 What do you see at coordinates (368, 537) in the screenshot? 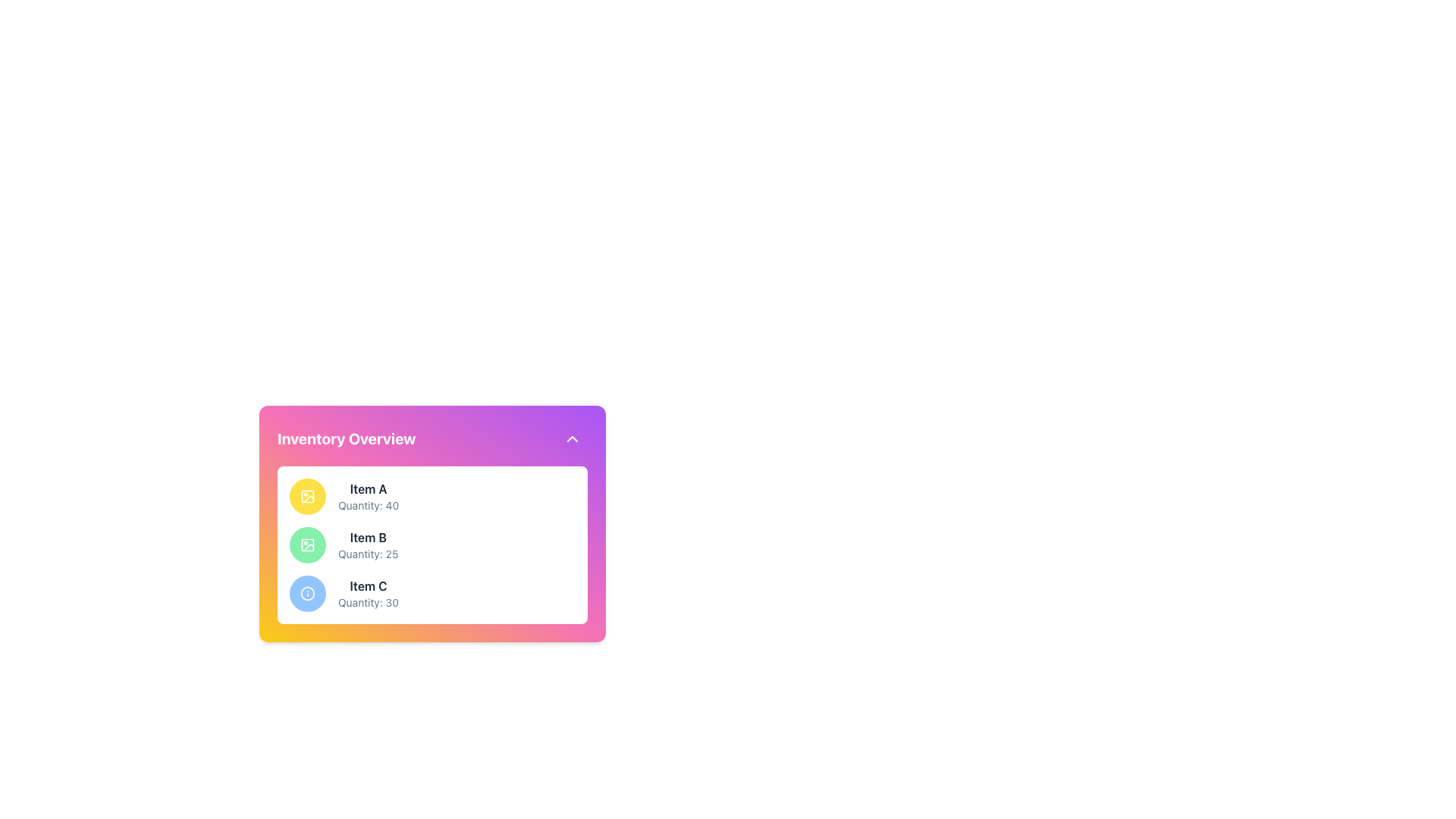
I see `the non-interactive Text Label that serves as a title for the second item in the inventory list, located within the 'Inventory Overview' card` at bounding box center [368, 537].